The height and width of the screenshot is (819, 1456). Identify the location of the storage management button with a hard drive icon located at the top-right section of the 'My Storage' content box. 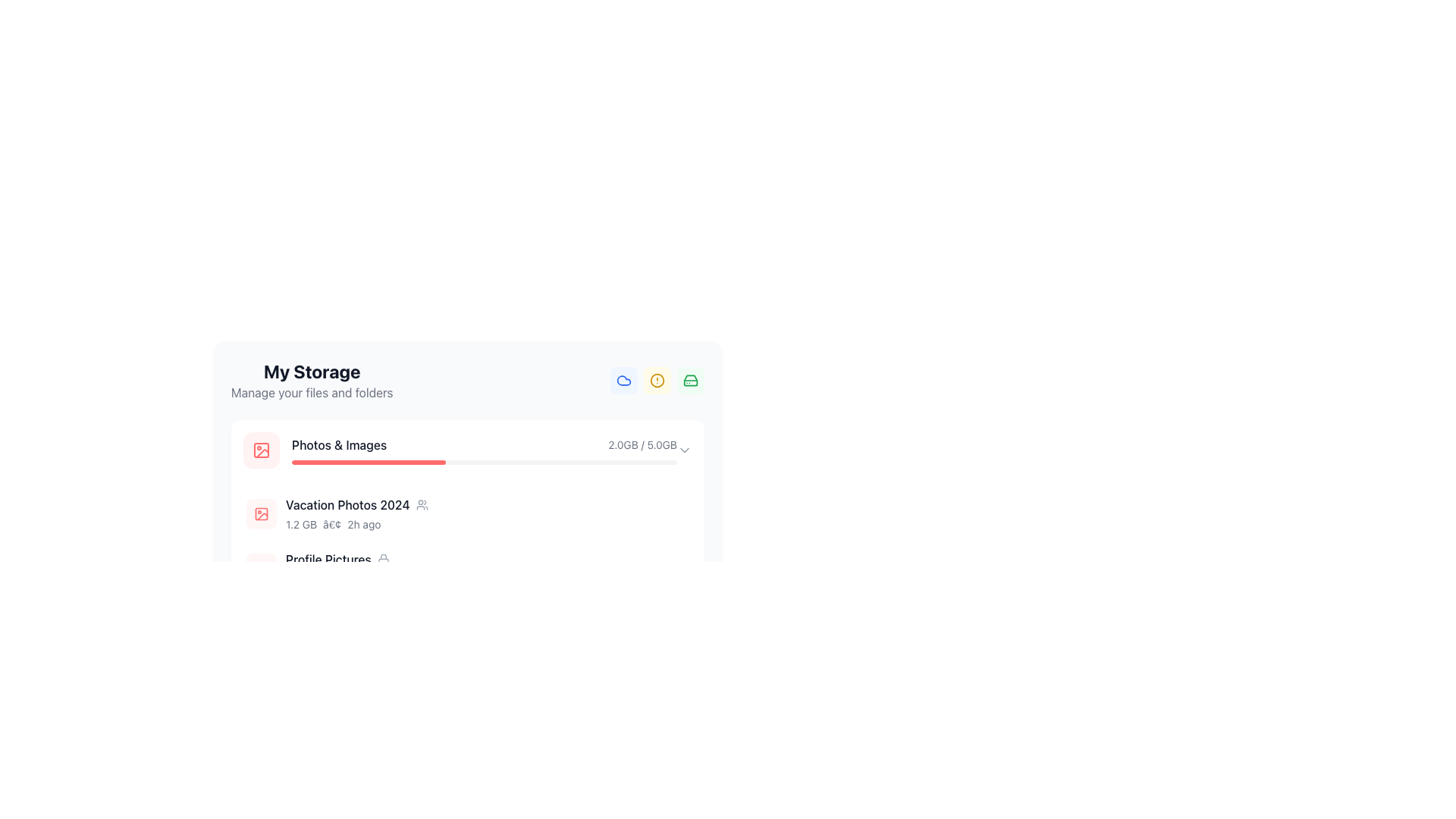
(690, 379).